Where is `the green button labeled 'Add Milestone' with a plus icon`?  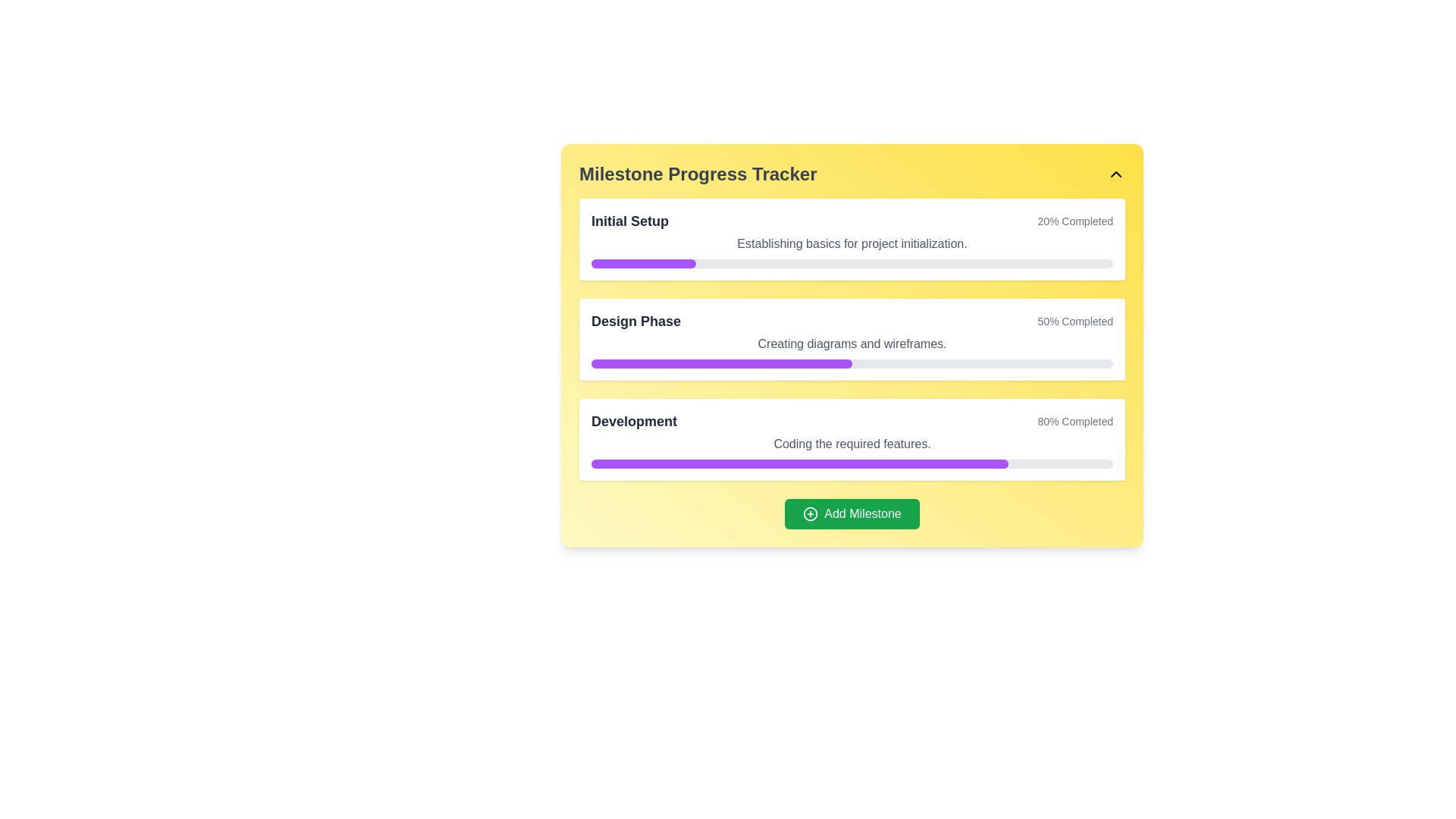 the green button labeled 'Add Milestone' with a plus icon is located at coordinates (852, 513).